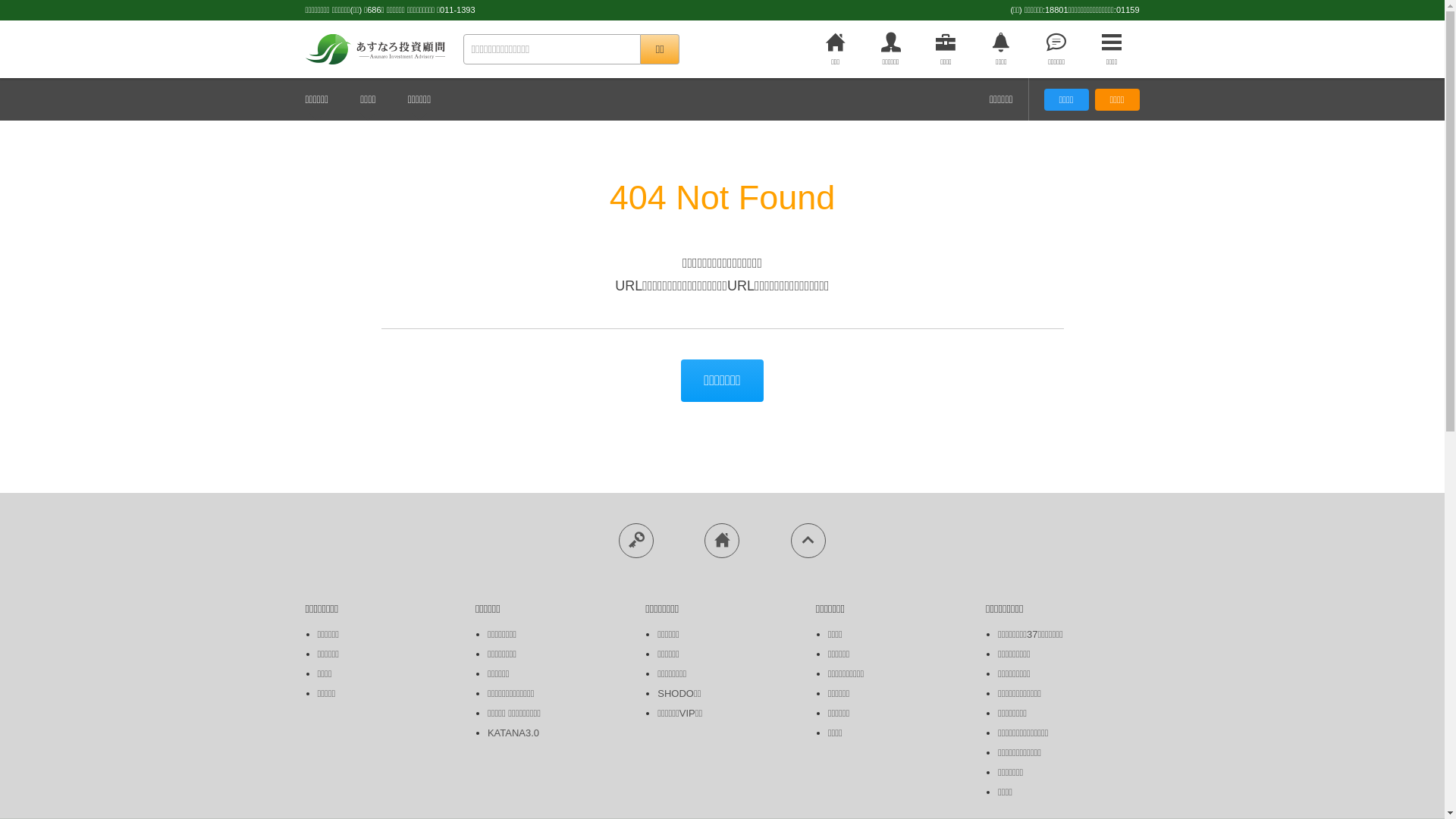  Describe the element at coordinates (513, 732) in the screenshot. I see `'KATANA3.0'` at that location.